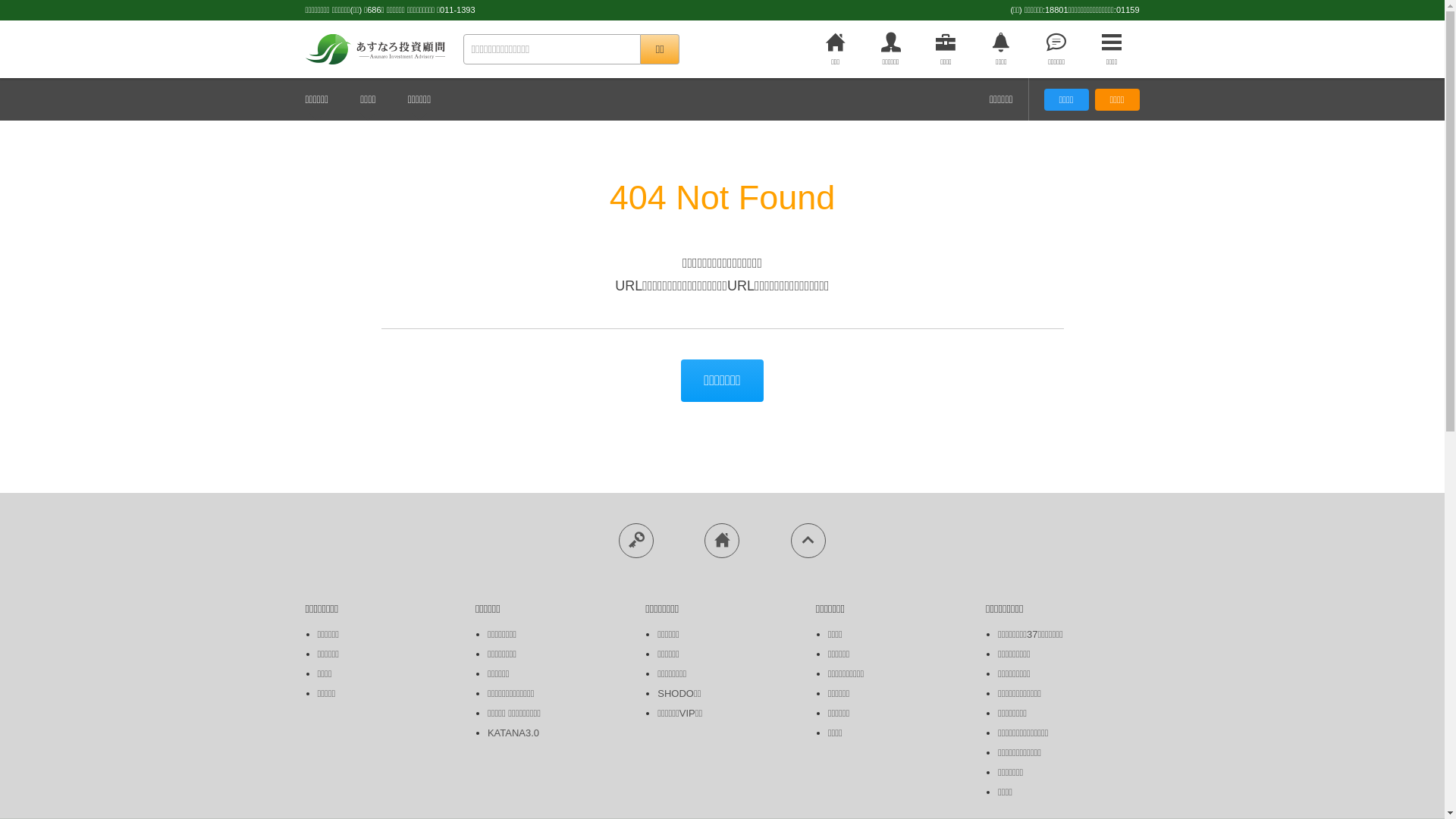  Describe the element at coordinates (513, 732) in the screenshot. I see `'KATANA3.0'` at that location.